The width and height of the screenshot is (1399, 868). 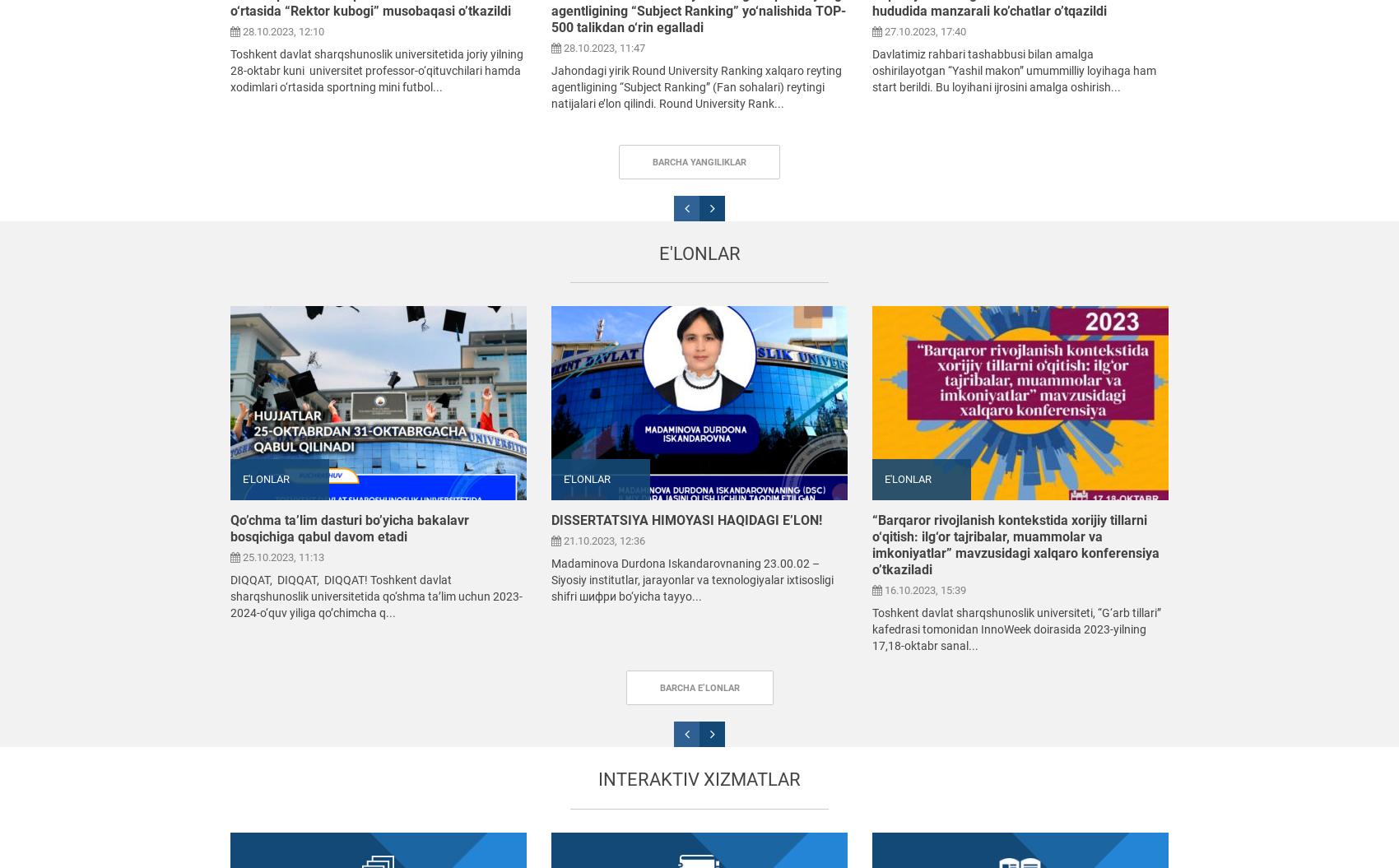 What do you see at coordinates (699, 161) in the screenshot?
I see `'Barcha yangiliklar'` at bounding box center [699, 161].